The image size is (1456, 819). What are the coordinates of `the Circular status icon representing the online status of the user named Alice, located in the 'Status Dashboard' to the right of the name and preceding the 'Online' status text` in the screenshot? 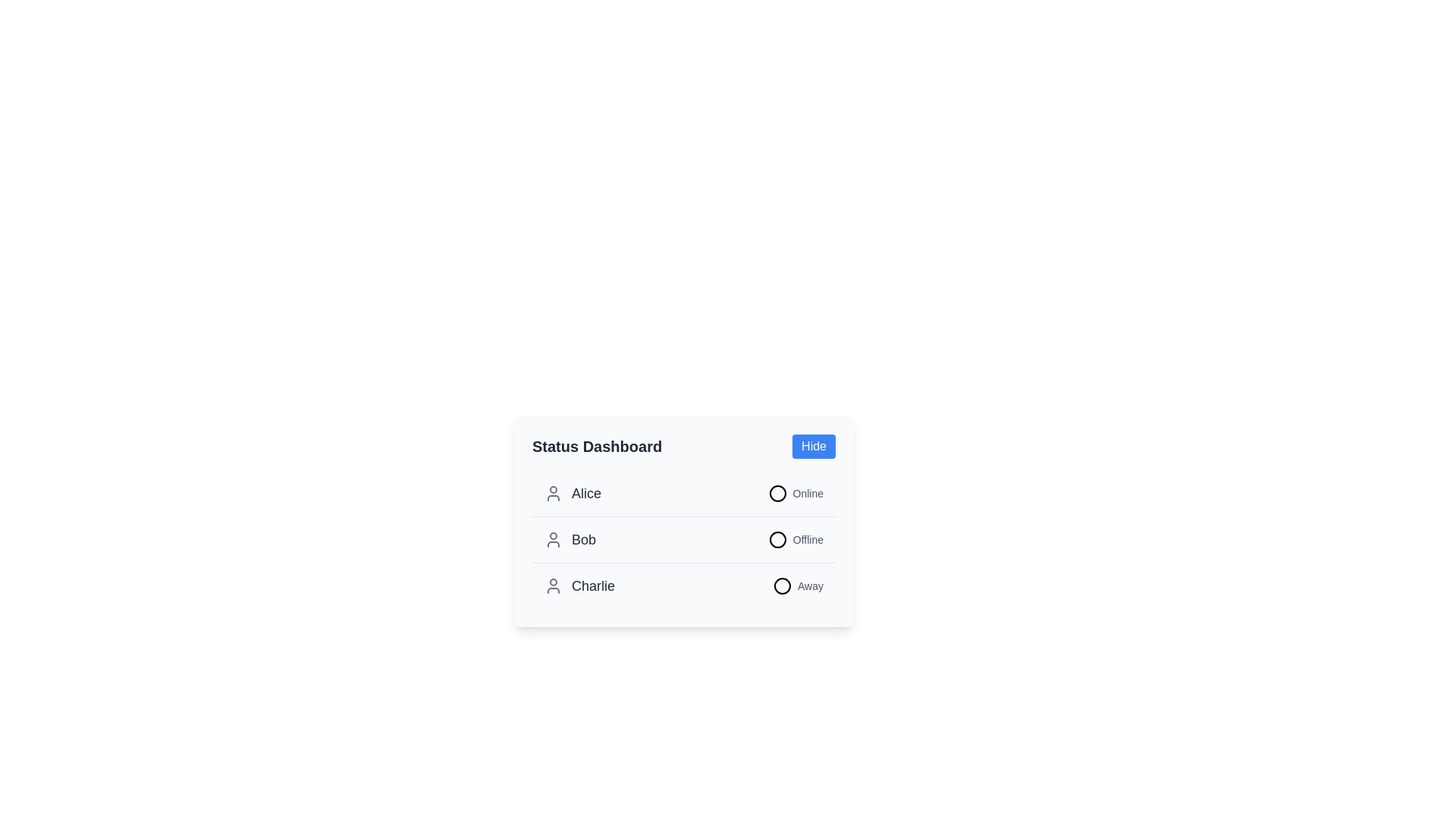 It's located at (777, 494).